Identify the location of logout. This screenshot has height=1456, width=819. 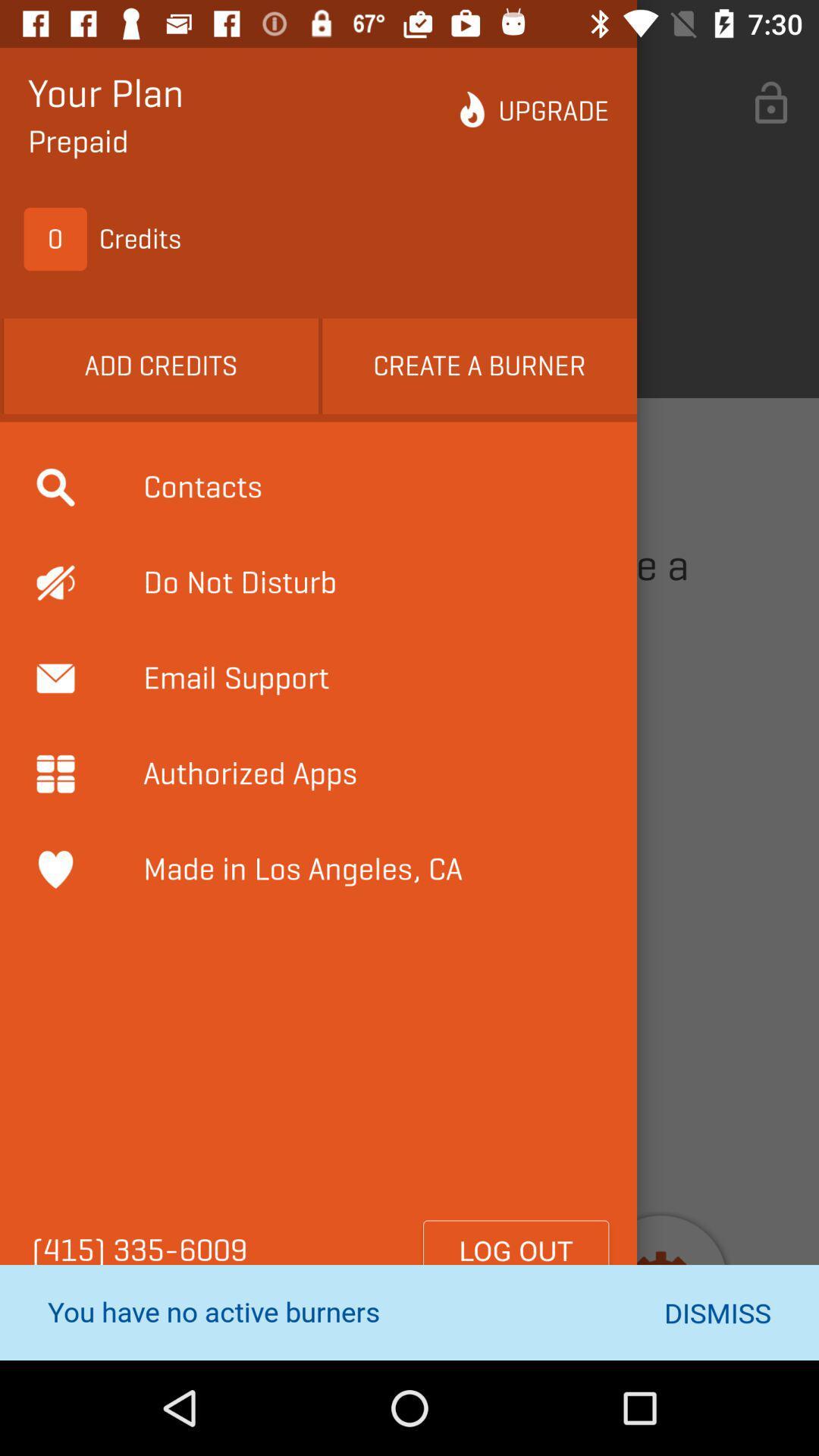
(515, 1250).